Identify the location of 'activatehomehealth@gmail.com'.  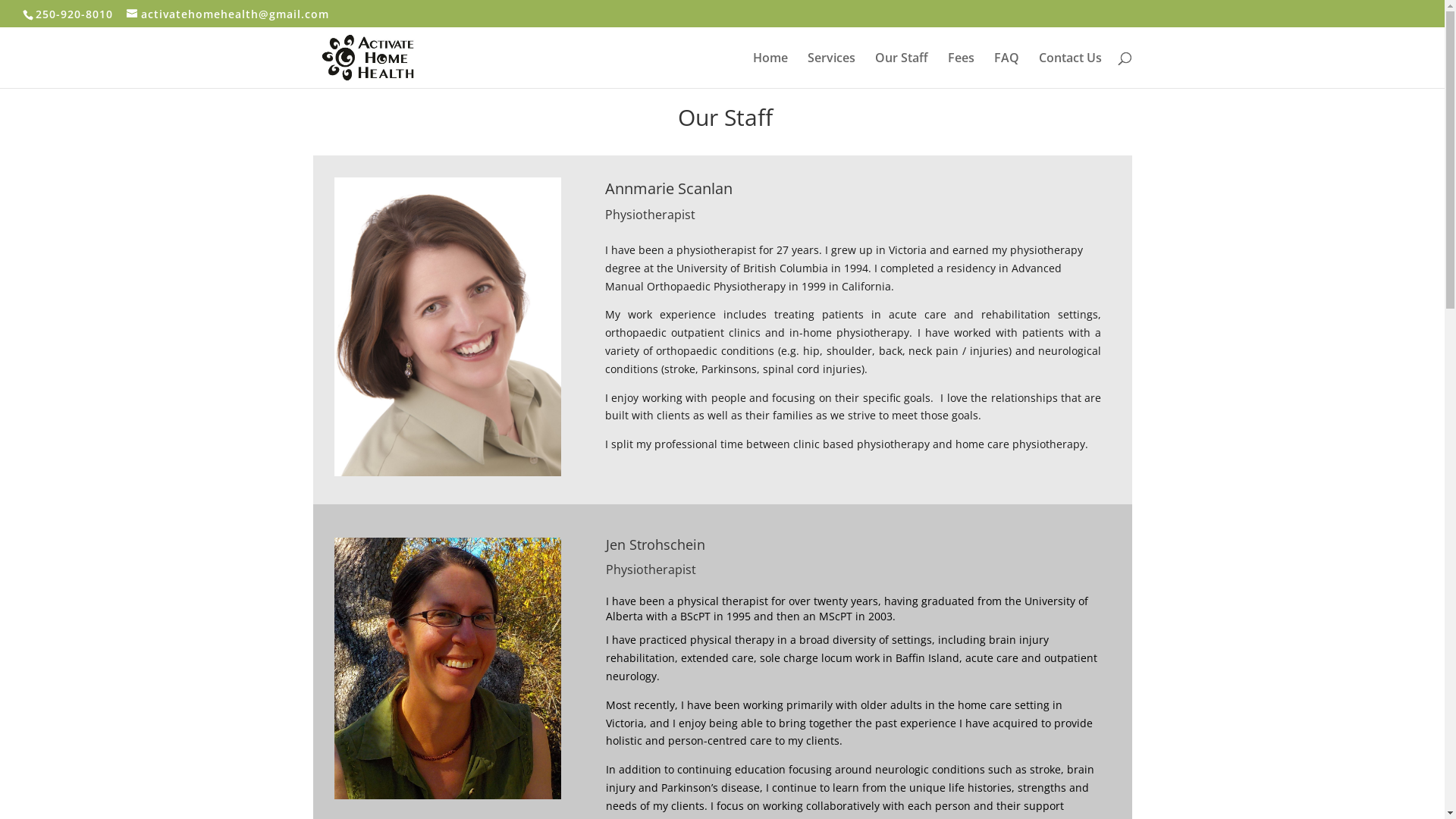
(127, 13).